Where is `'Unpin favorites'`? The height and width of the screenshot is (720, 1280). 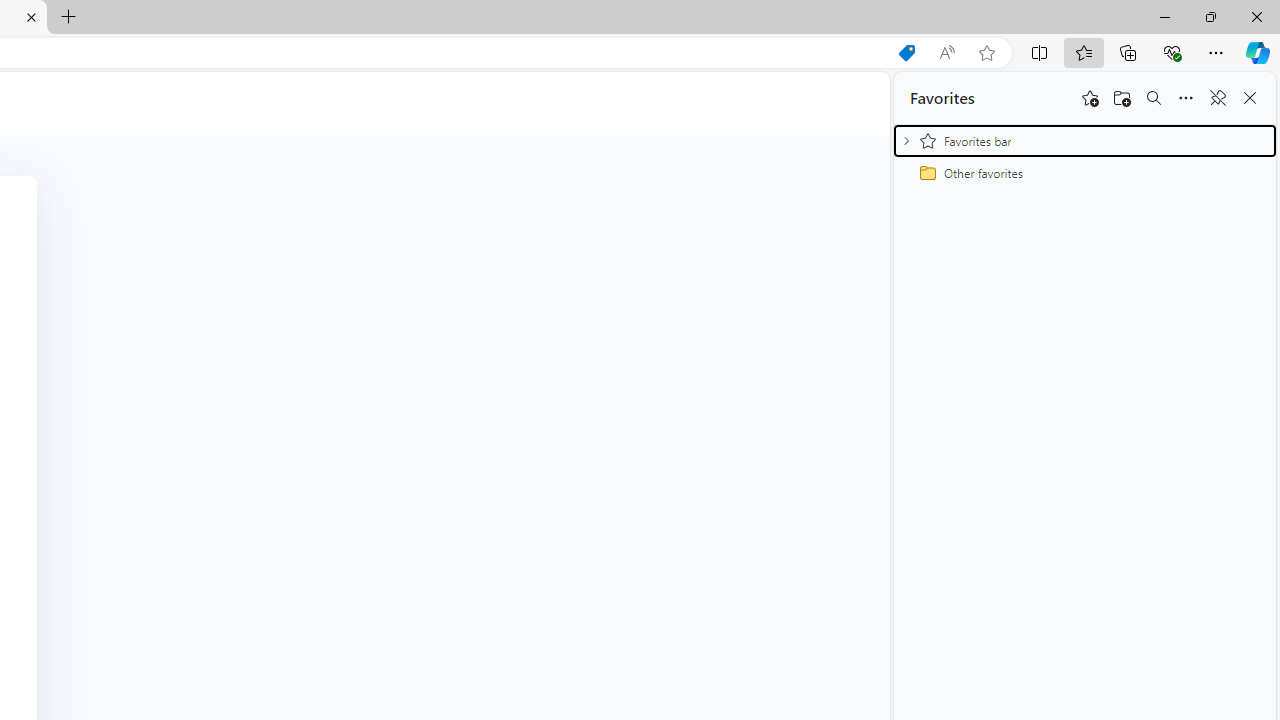 'Unpin favorites' is located at coordinates (1216, 98).